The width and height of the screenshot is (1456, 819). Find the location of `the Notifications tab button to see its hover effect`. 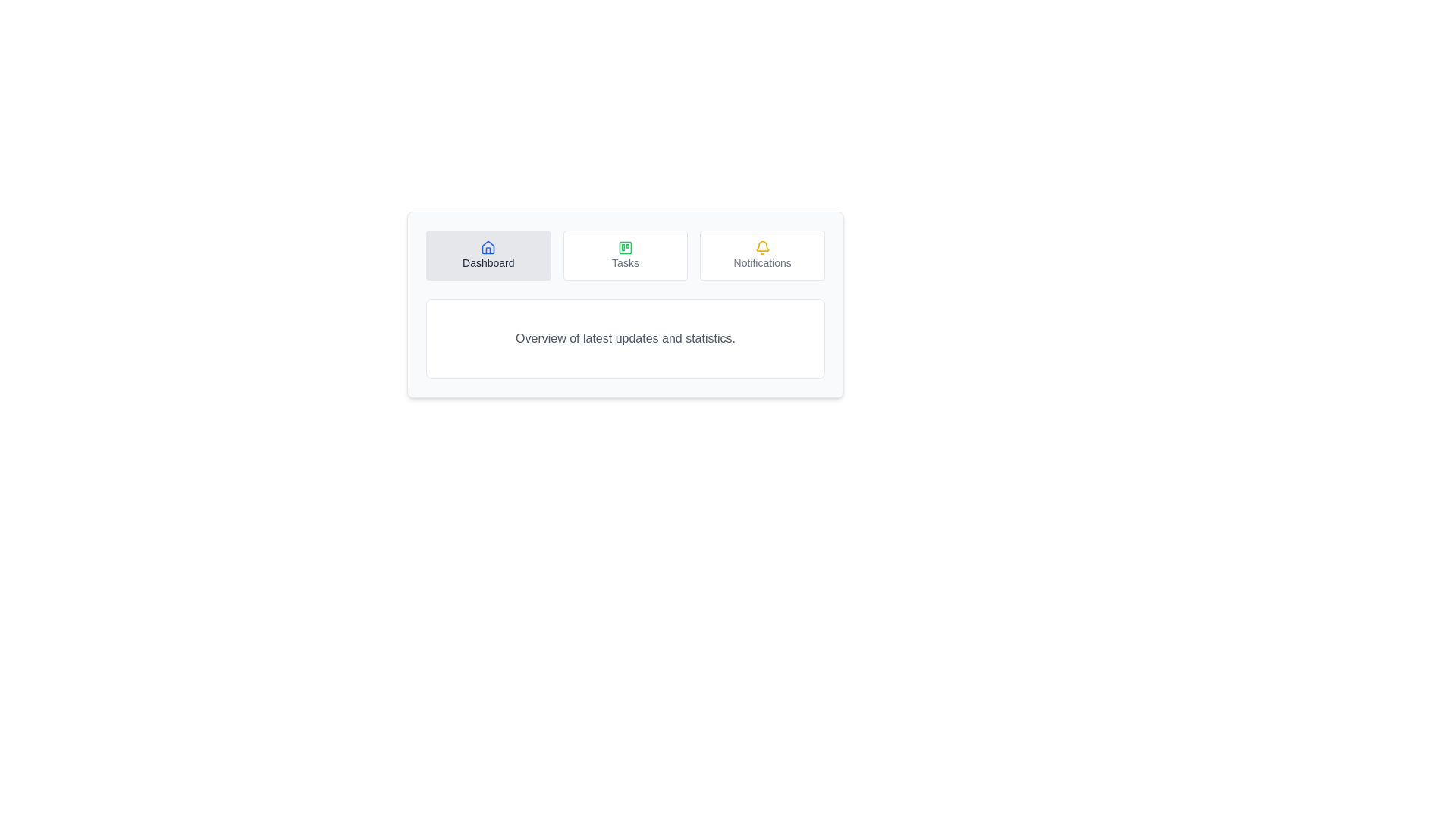

the Notifications tab button to see its hover effect is located at coordinates (763, 254).